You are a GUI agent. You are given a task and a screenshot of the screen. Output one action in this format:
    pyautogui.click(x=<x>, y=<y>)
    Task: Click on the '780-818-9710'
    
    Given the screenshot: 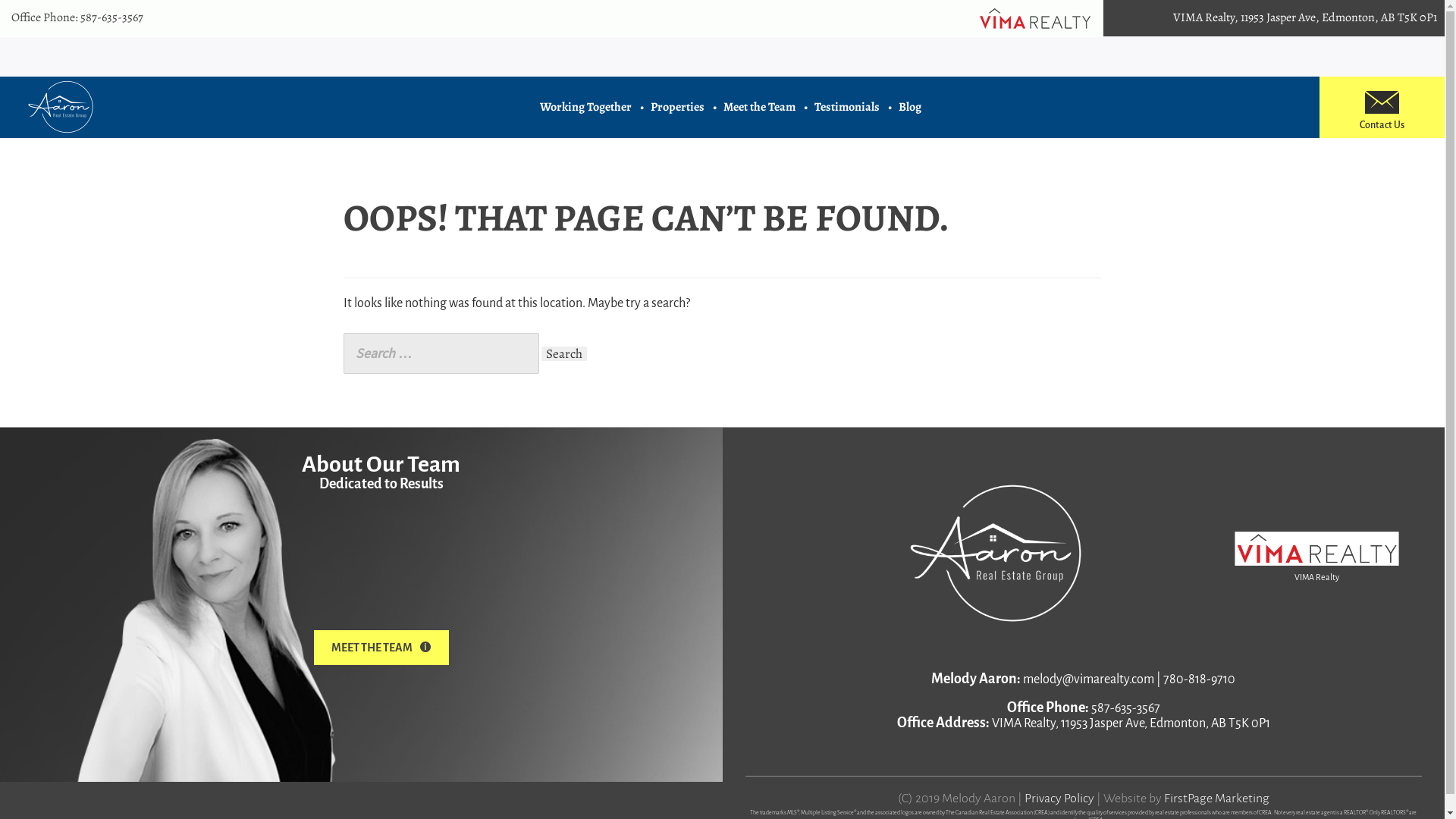 What is the action you would take?
    pyautogui.click(x=1198, y=678)
    